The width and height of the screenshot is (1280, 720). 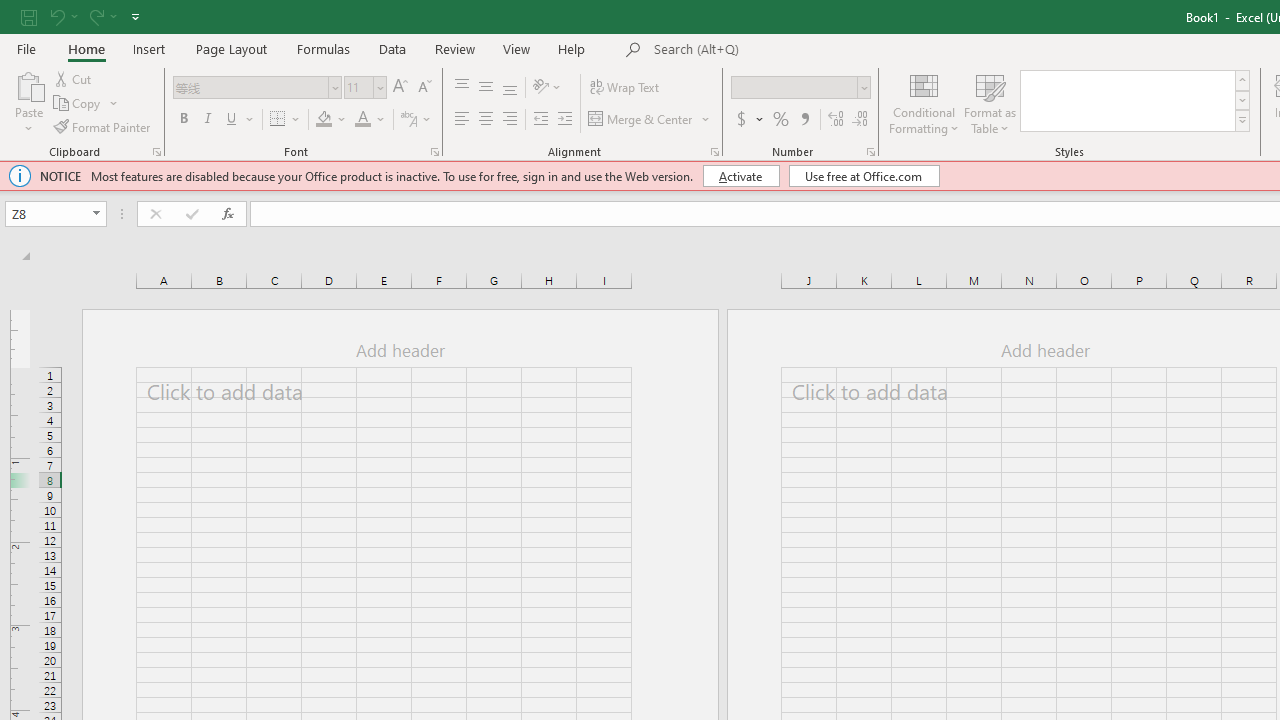 What do you see at coordinates (714, 150) in the screenshot?
I see `'Format Cell Alignment'` at bounding box center [714, 150].